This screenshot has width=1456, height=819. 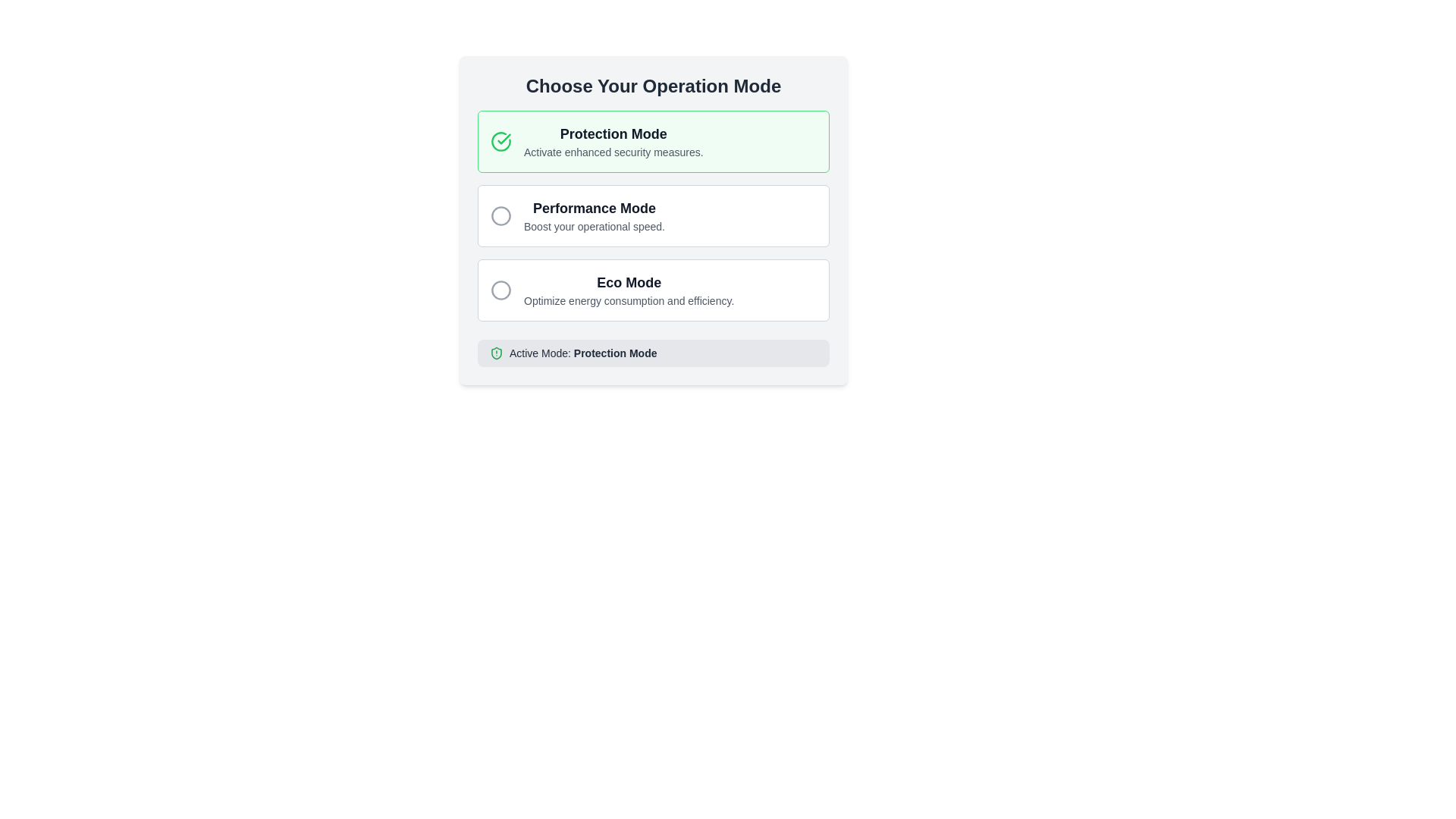 I want to click on the bold text label that indicates the currently active operation mode, which reads 'Active Mode: Protection Mode', located in the footer area of the interface, so click(x=615, y=353).